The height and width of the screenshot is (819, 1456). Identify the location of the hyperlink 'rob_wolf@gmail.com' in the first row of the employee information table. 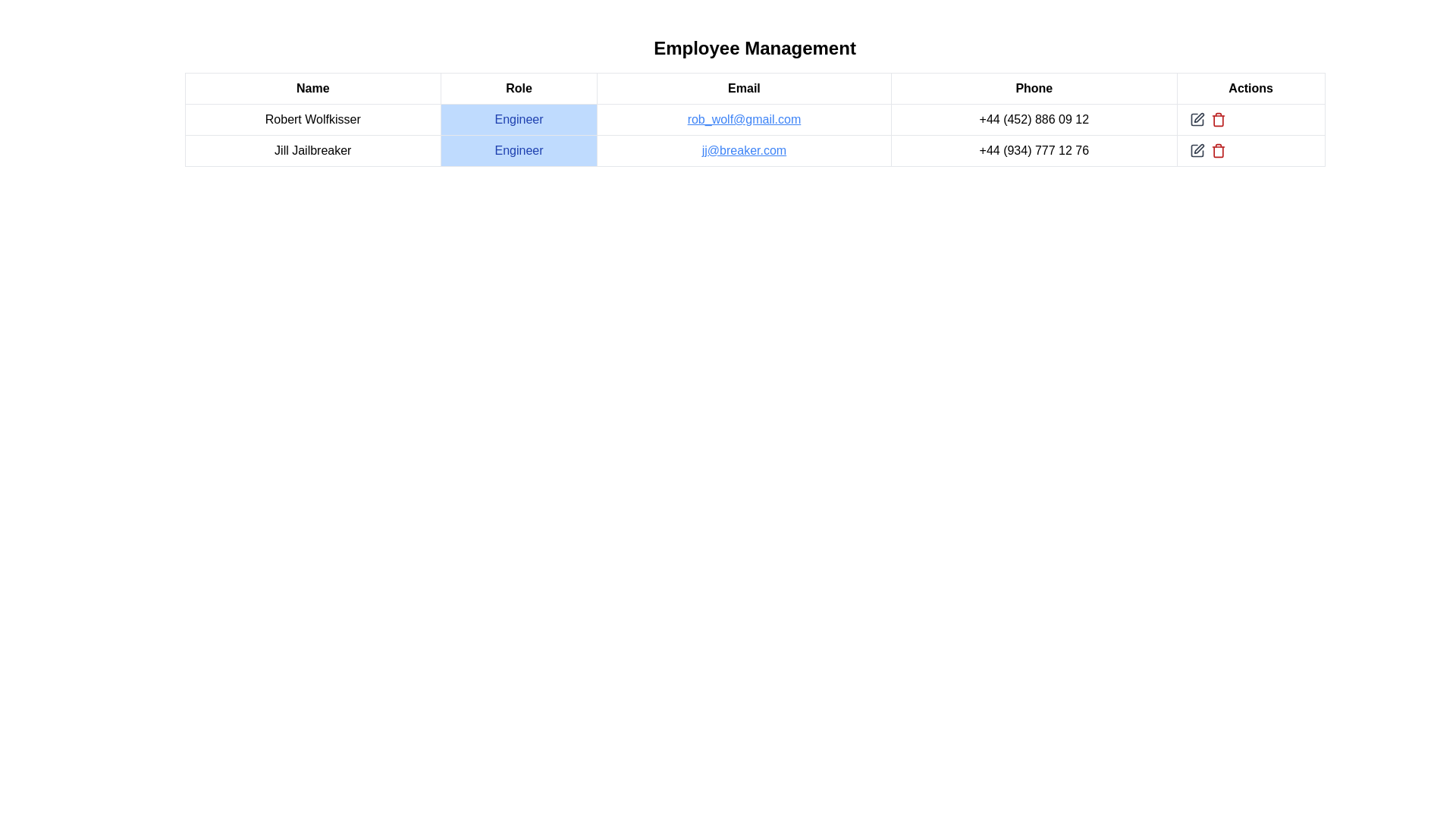
(755, 119).